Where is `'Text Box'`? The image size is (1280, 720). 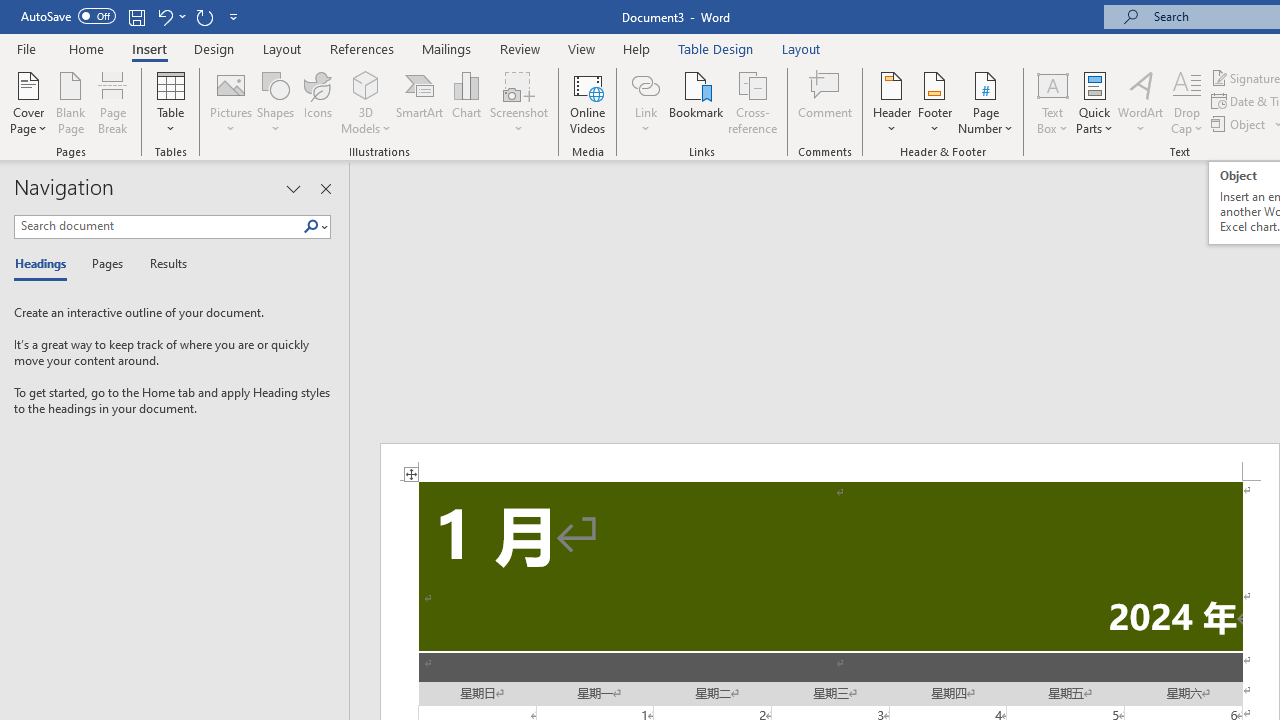
'Text Box' is located at coordinates (1051, 103).